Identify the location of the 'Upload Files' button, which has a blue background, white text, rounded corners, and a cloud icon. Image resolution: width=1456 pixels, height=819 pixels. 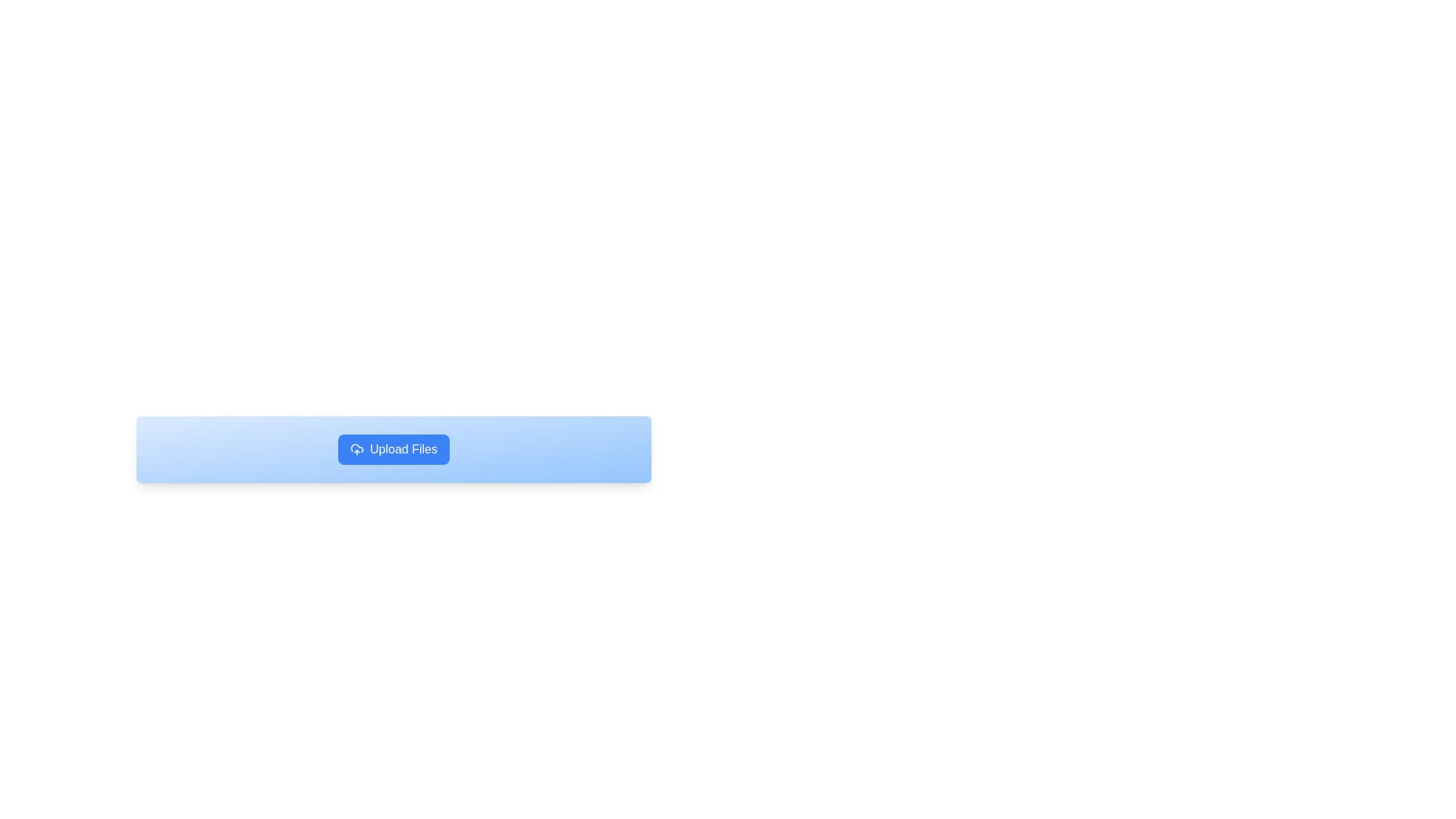
(394, 449).